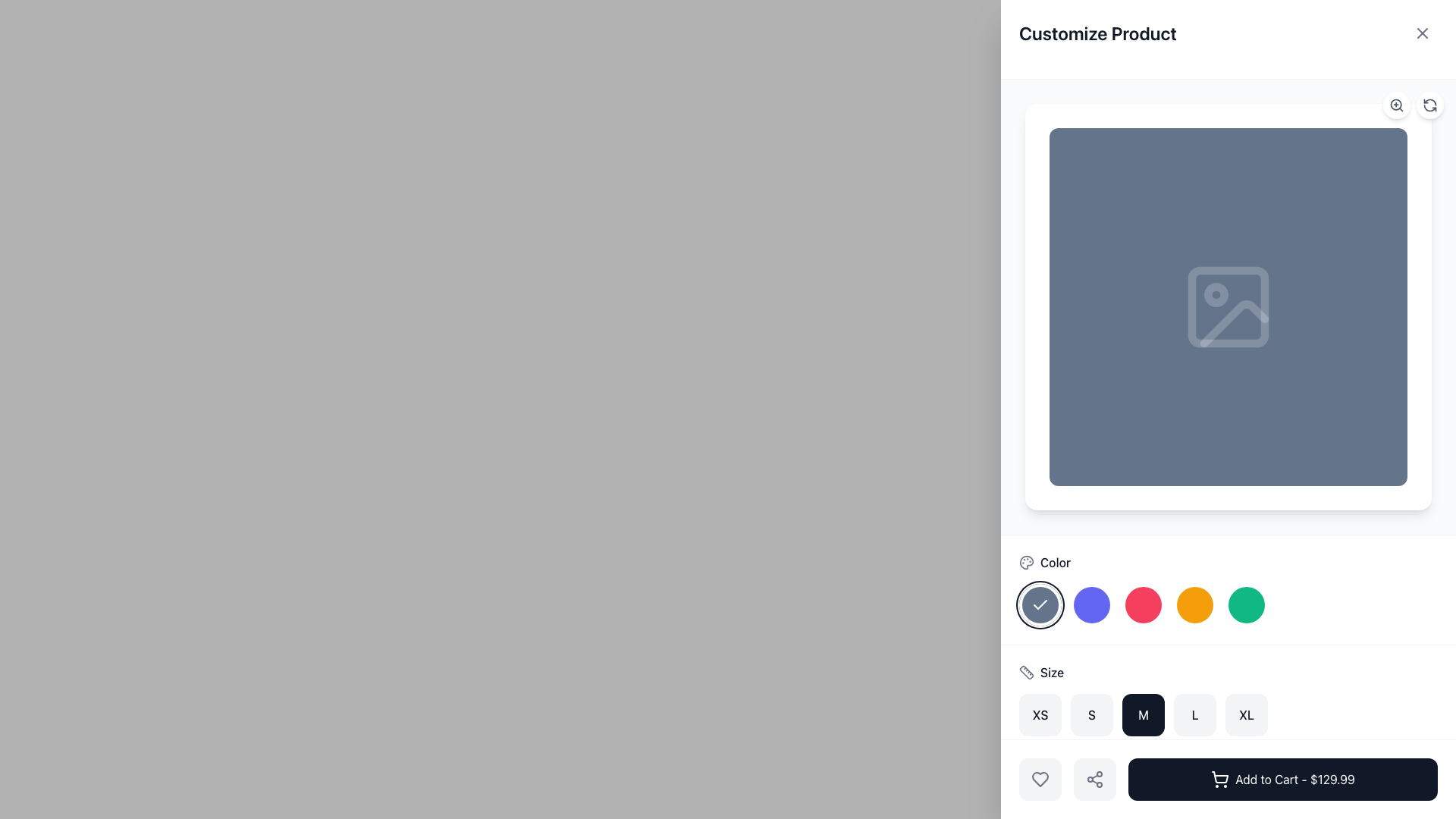  Describe the element at coordinates (1194, 604) in the screenshot. I see `the circular amber button, which is the third from the left in the row of color selection buttons located beneath the product image on the right-hand side of the interface` at that location.